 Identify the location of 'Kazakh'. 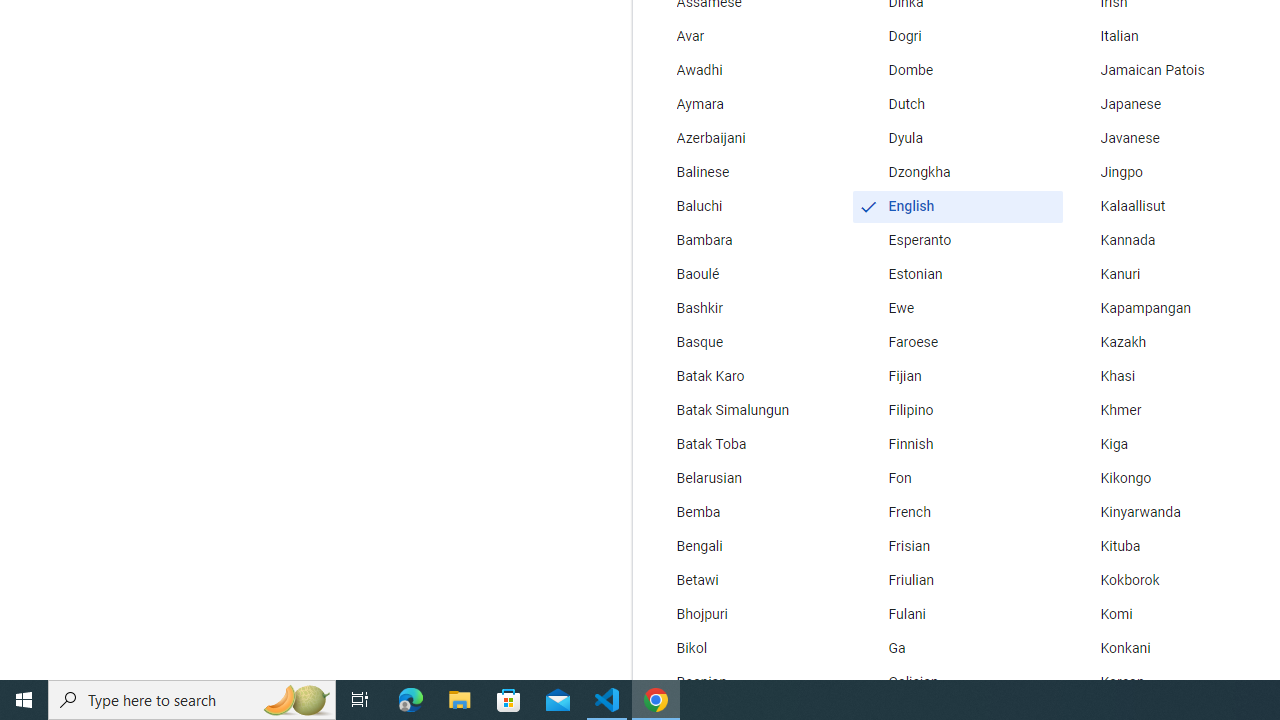
(1169, 342).